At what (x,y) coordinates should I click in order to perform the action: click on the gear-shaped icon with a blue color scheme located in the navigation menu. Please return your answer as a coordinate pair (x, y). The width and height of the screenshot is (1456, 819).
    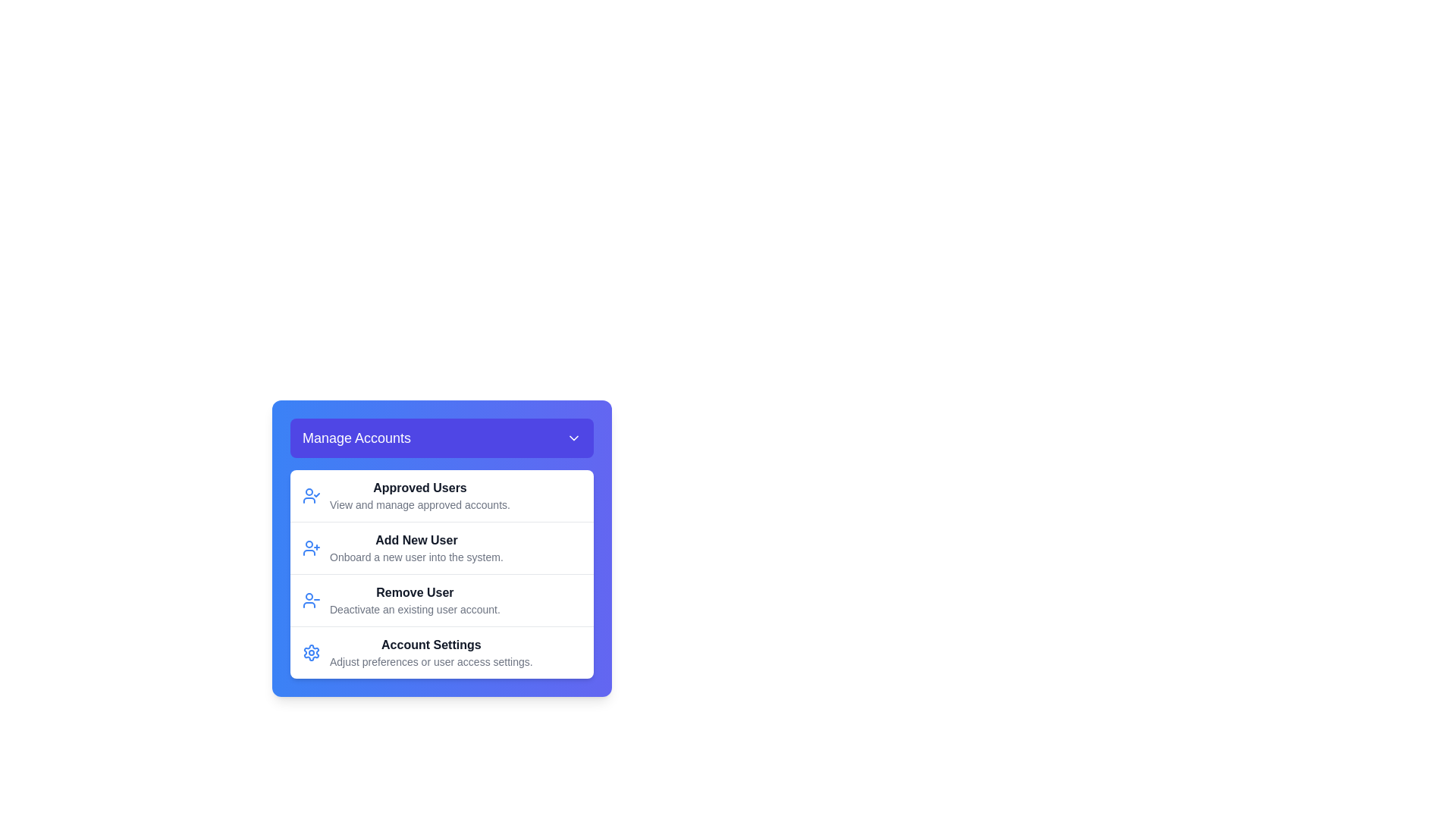
    Looking at the image, I should click on (311, 651).